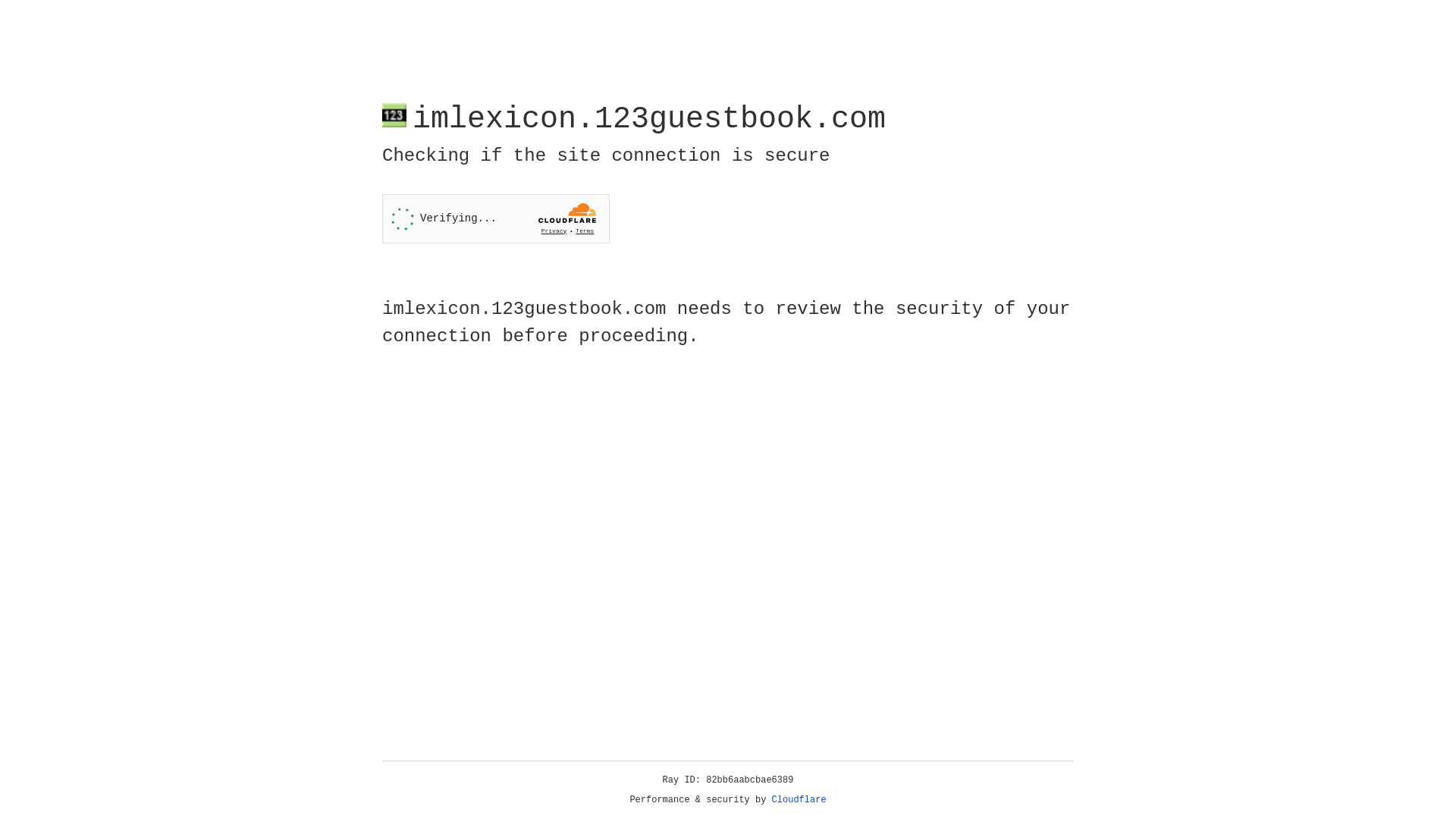  I want to click on 'Widget containing a Cloudflare security challenge', so click(495, 218).